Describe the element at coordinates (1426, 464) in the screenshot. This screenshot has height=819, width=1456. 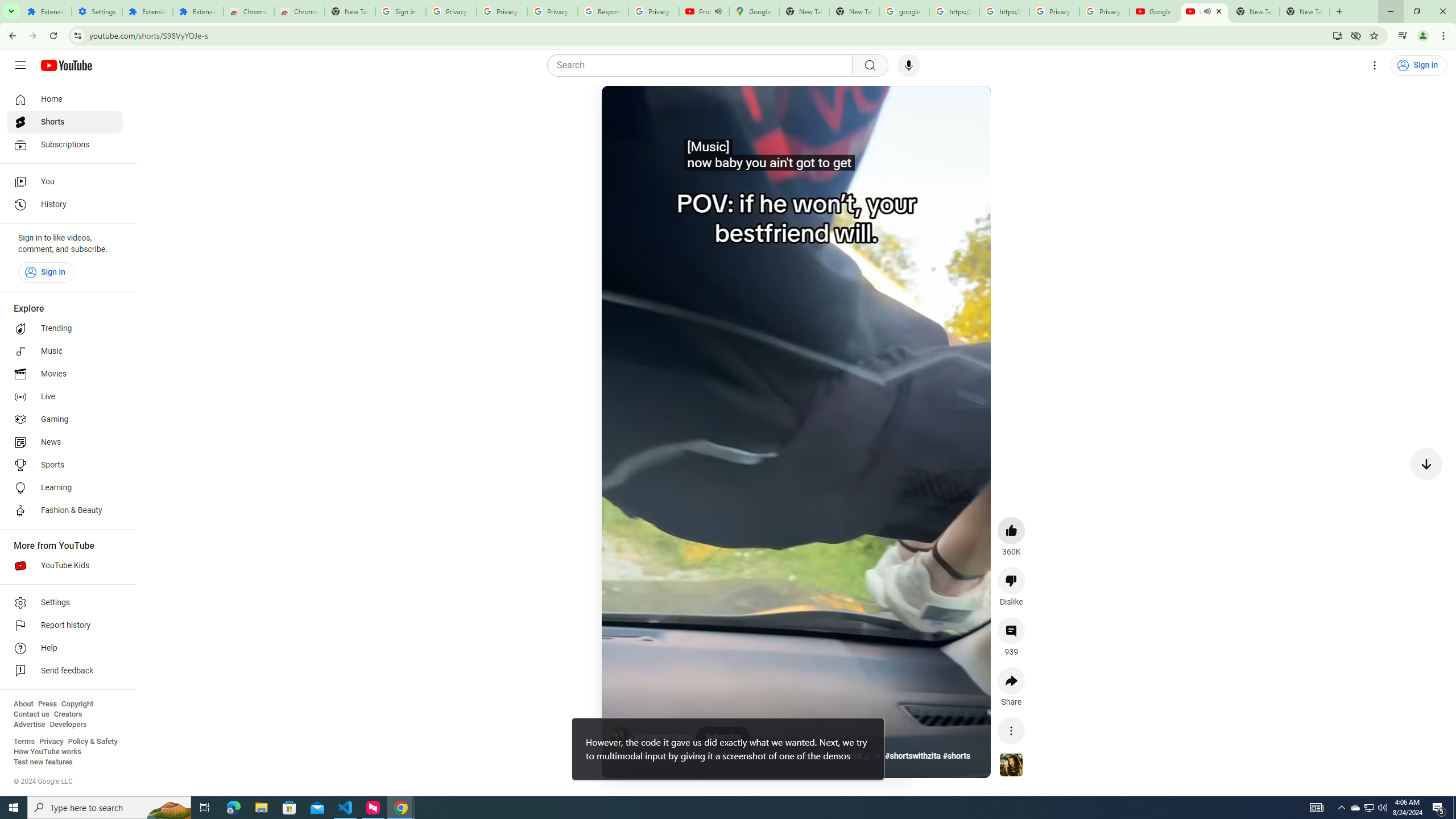
I see `'Next video'` at that location.